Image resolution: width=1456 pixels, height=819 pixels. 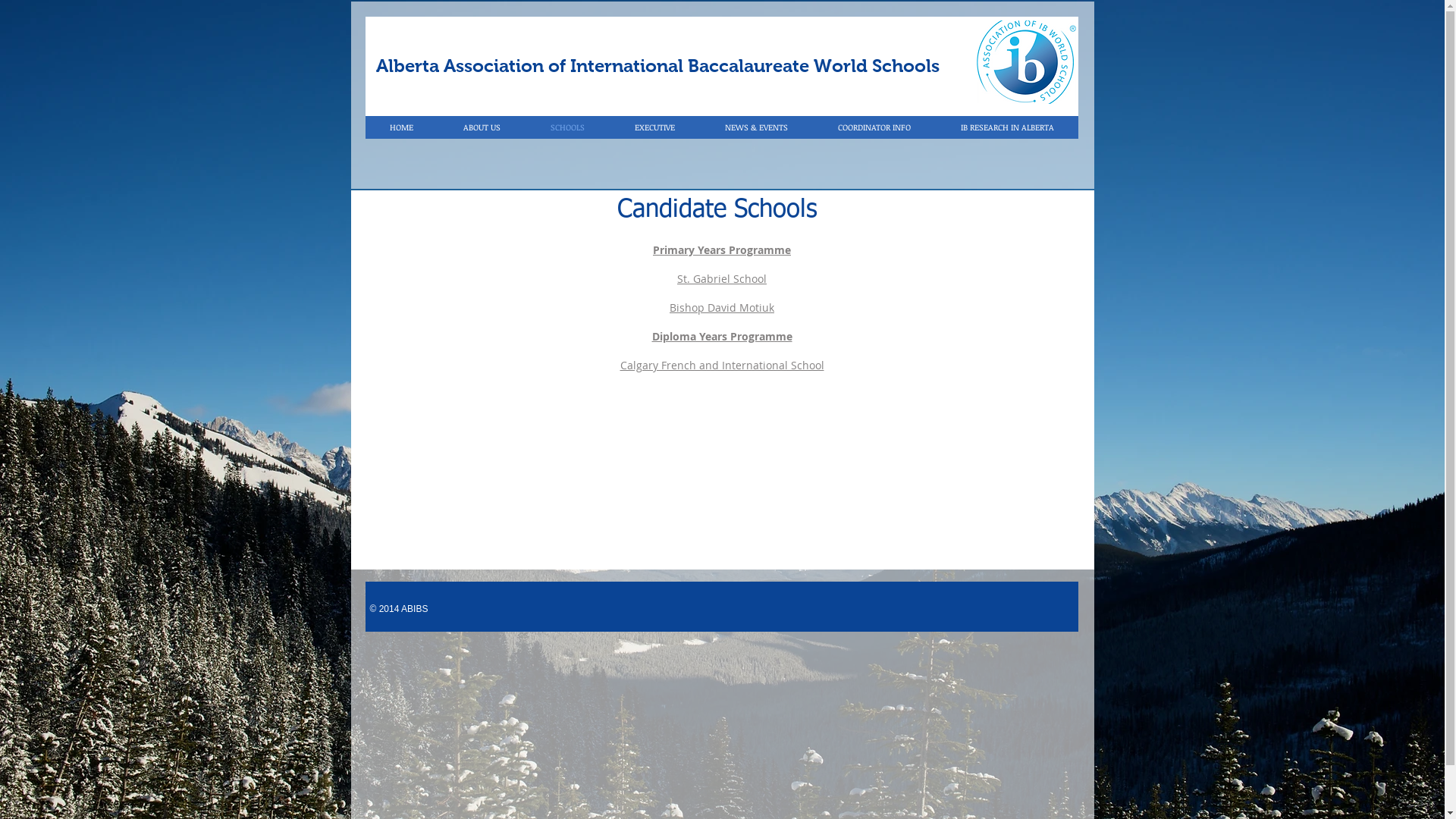 What do you see at coordinates (401, 127) in the screenshot?
I see `'HOME'` at bounding box center [401, 127].